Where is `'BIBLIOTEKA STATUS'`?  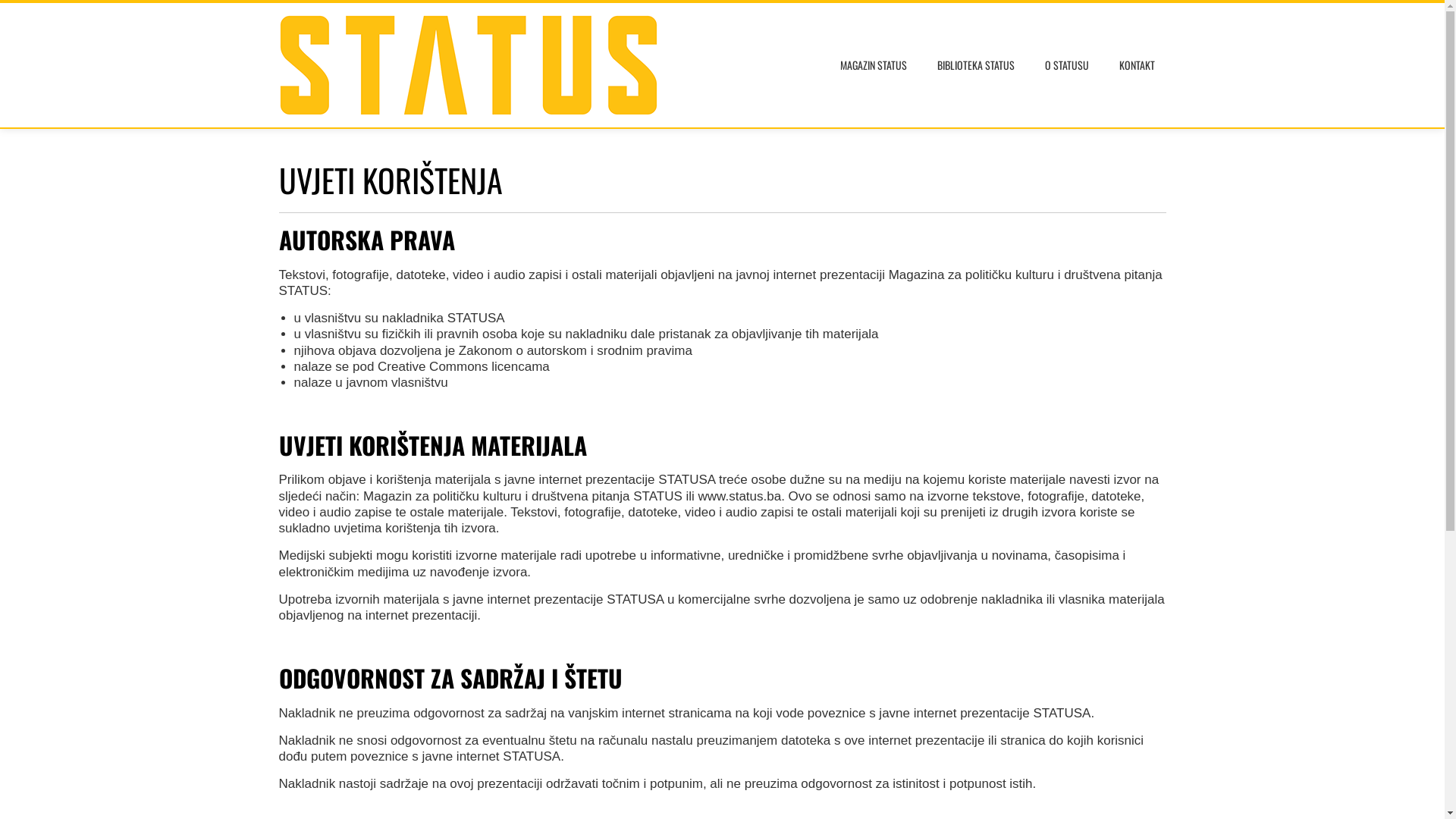 'BIBLIOTEKA STATUS' is located at coordinates (975, 64).